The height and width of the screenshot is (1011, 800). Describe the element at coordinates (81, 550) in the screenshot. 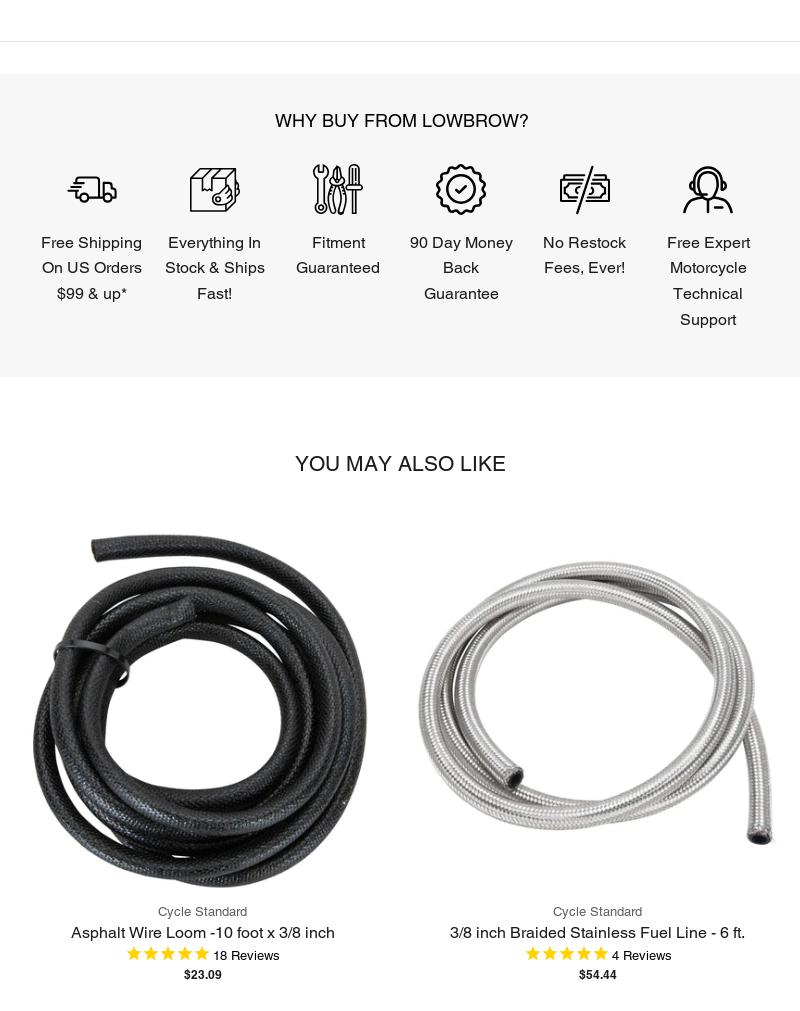

I see `'Lowbrow Customs'` at that location.